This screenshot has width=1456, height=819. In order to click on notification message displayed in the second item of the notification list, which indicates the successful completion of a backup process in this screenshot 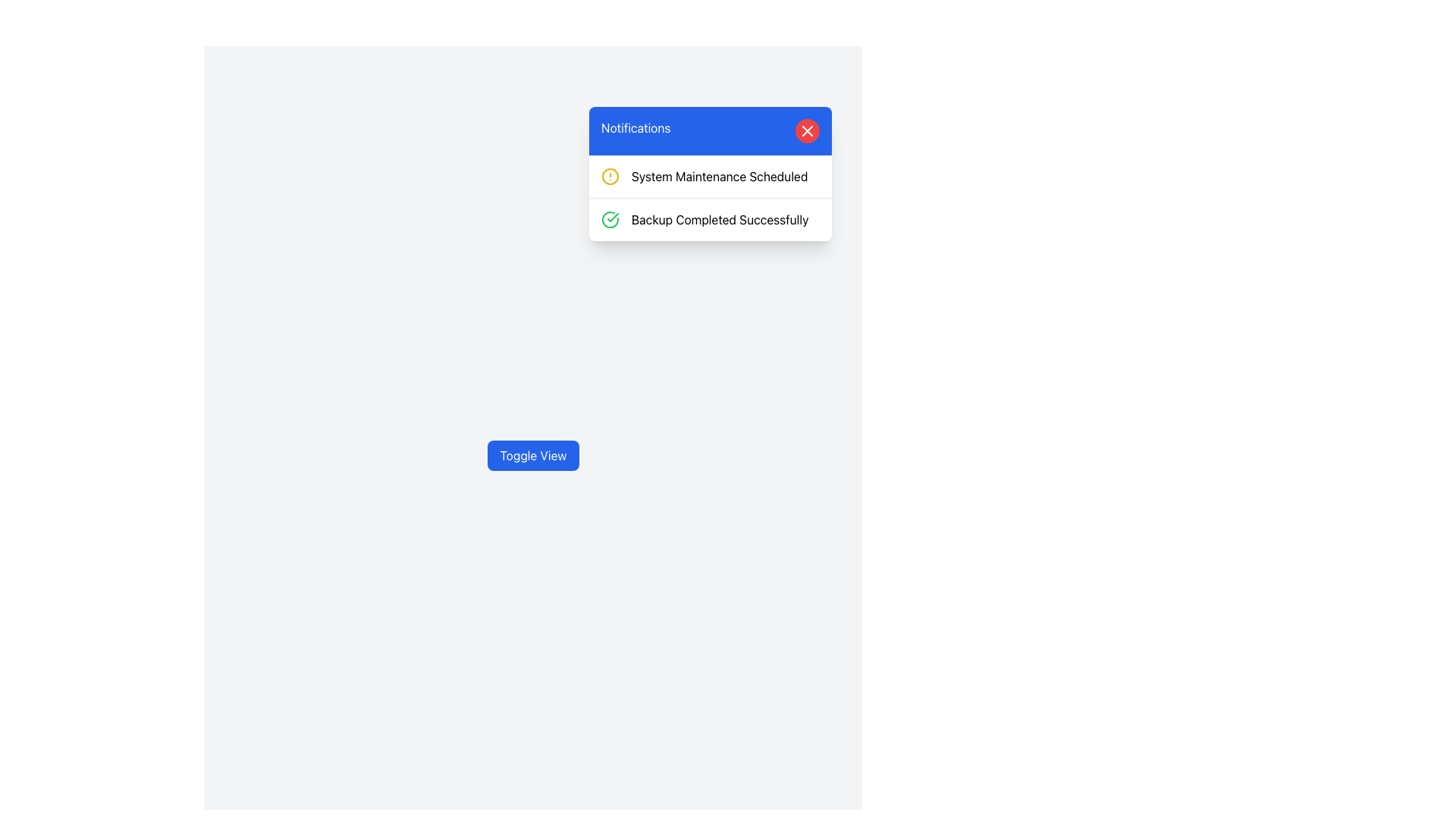, I will do `click(719, 219)`.